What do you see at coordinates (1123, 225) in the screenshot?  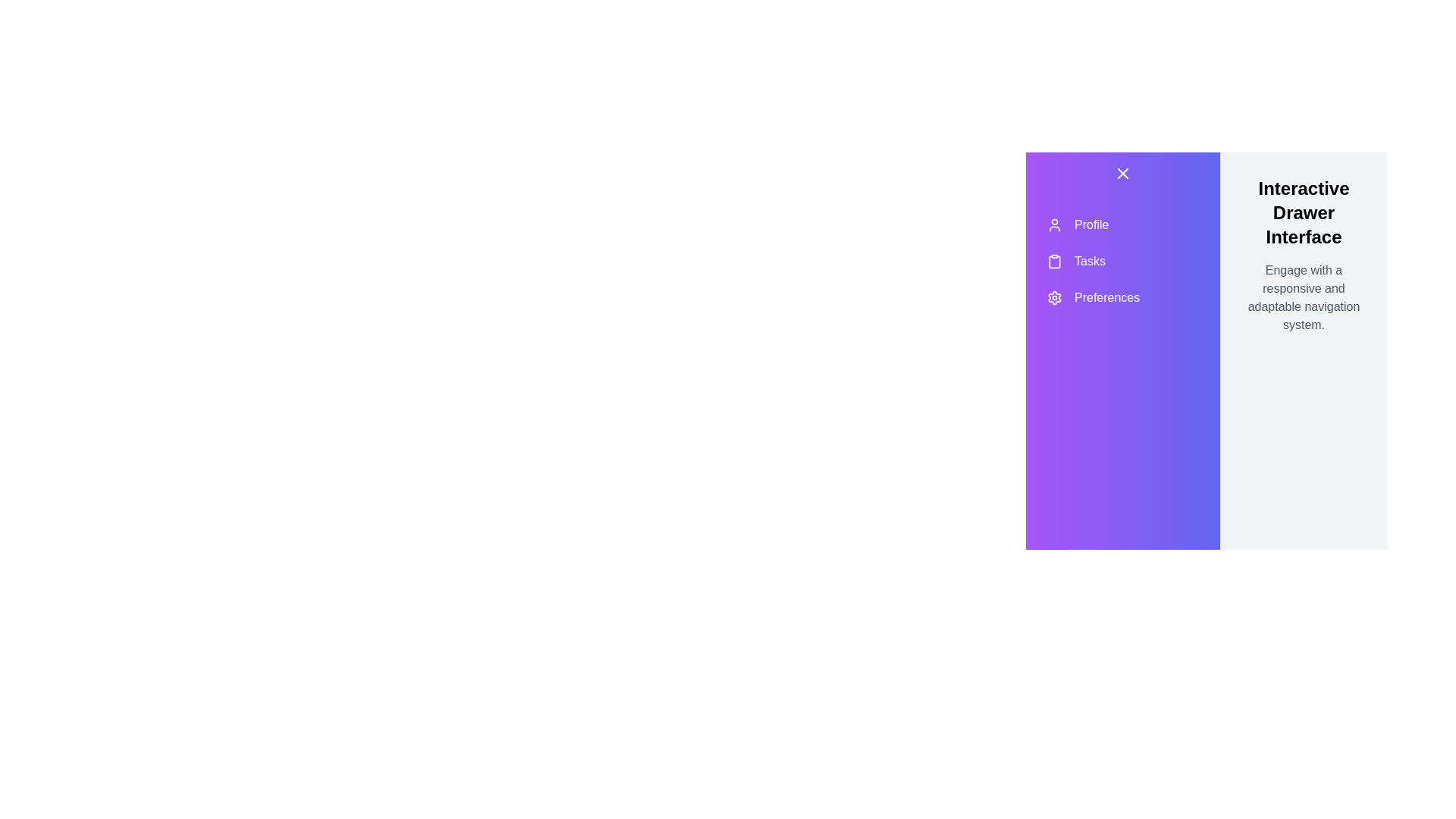 I see `the menu item Profile from the sidebar` at bounding box center [1123, 225].